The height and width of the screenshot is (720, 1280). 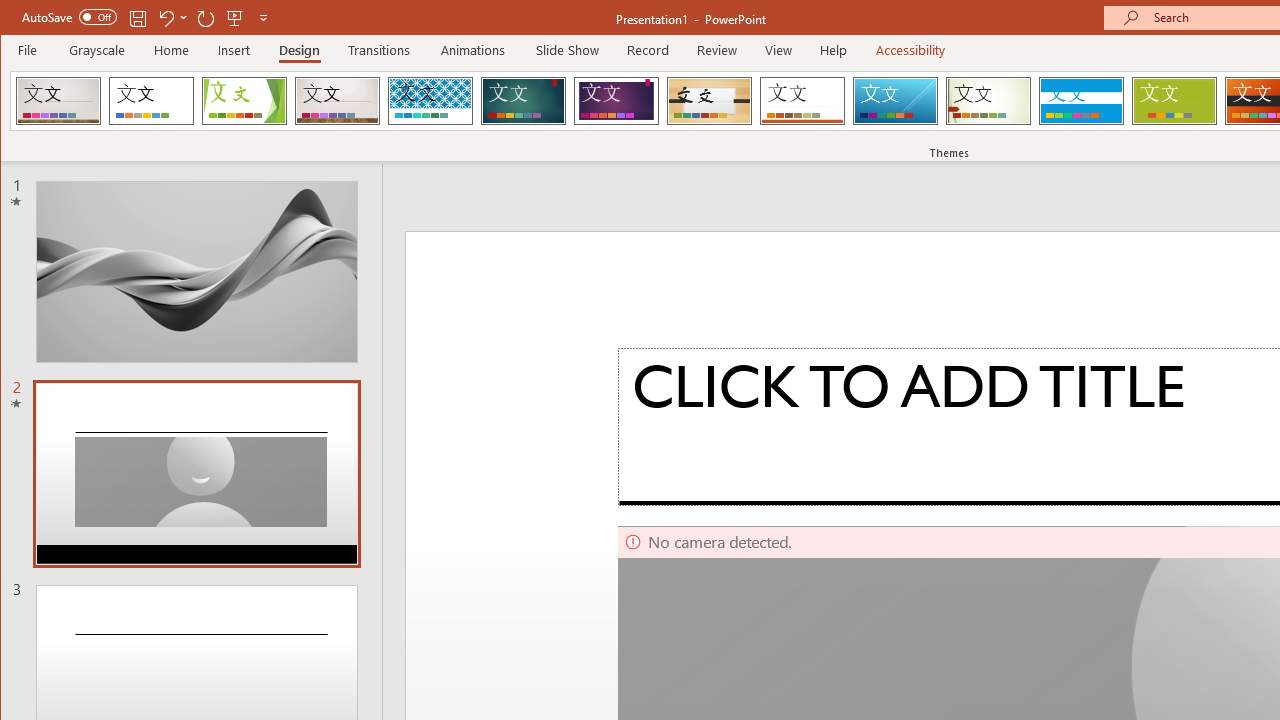 What do you see at coordinates (96, 49) in the screenshot?
I see `'Grayscale'` at bounding box center [96, 49].